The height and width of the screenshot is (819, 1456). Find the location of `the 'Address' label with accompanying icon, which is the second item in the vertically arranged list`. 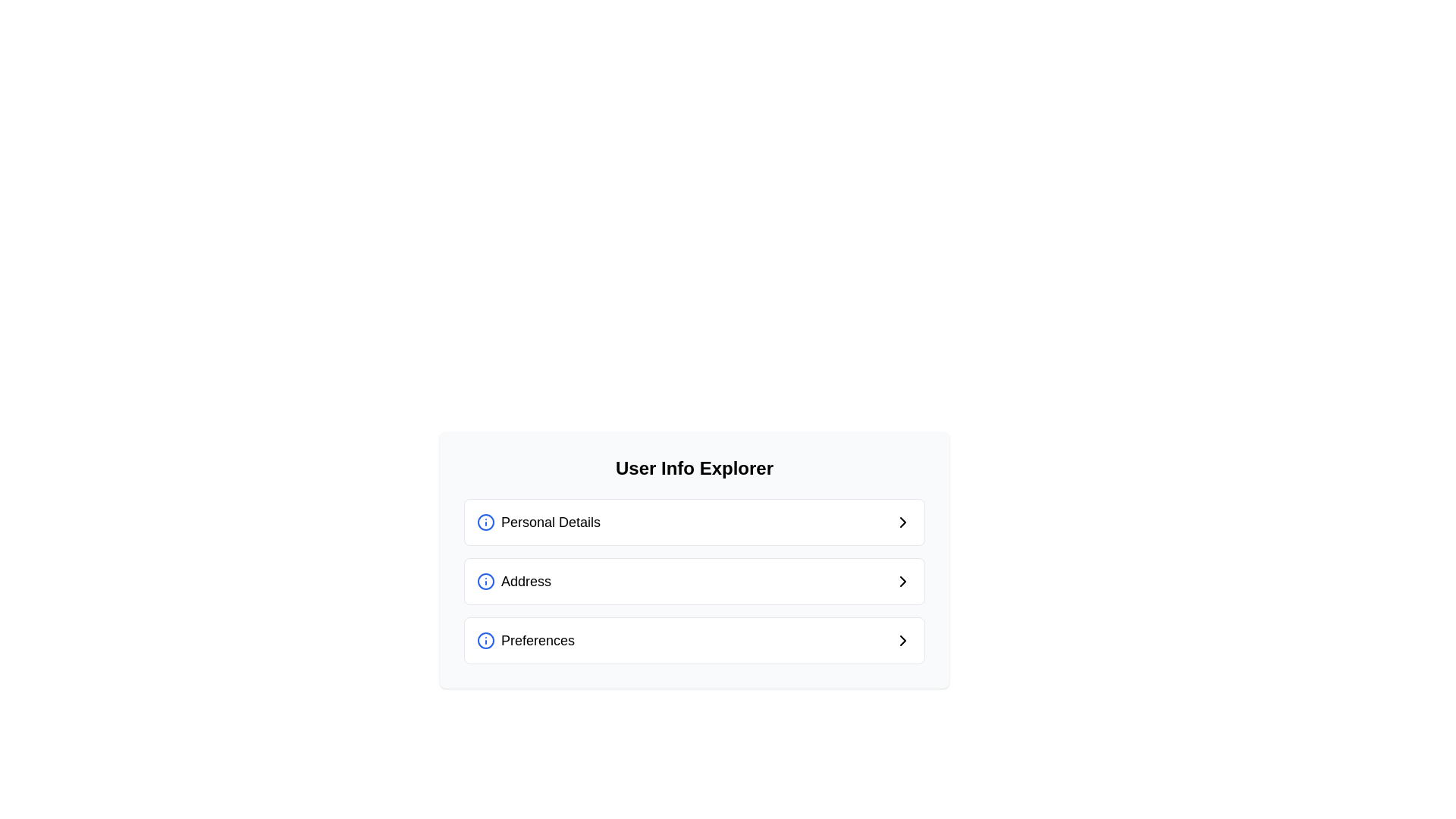

the 'Address' label with accompanying icon, which is the second item in the vertically arranged list is located at coordinates (513, 581).